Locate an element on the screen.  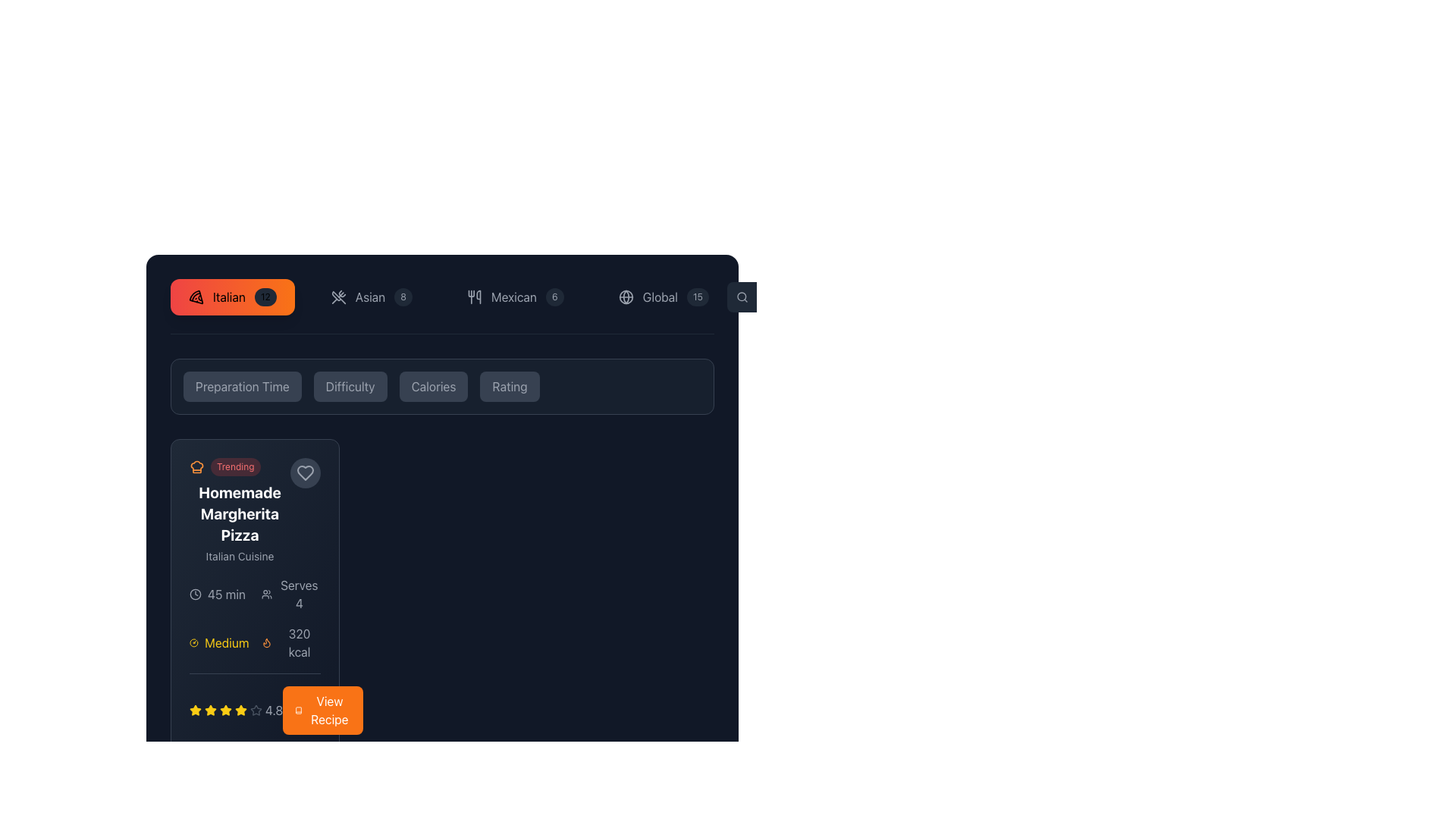
the small, rounded-value indicator with a gray background showing '15', located to the right of the 'Global' label and icon is located at coordinates (697, 297).